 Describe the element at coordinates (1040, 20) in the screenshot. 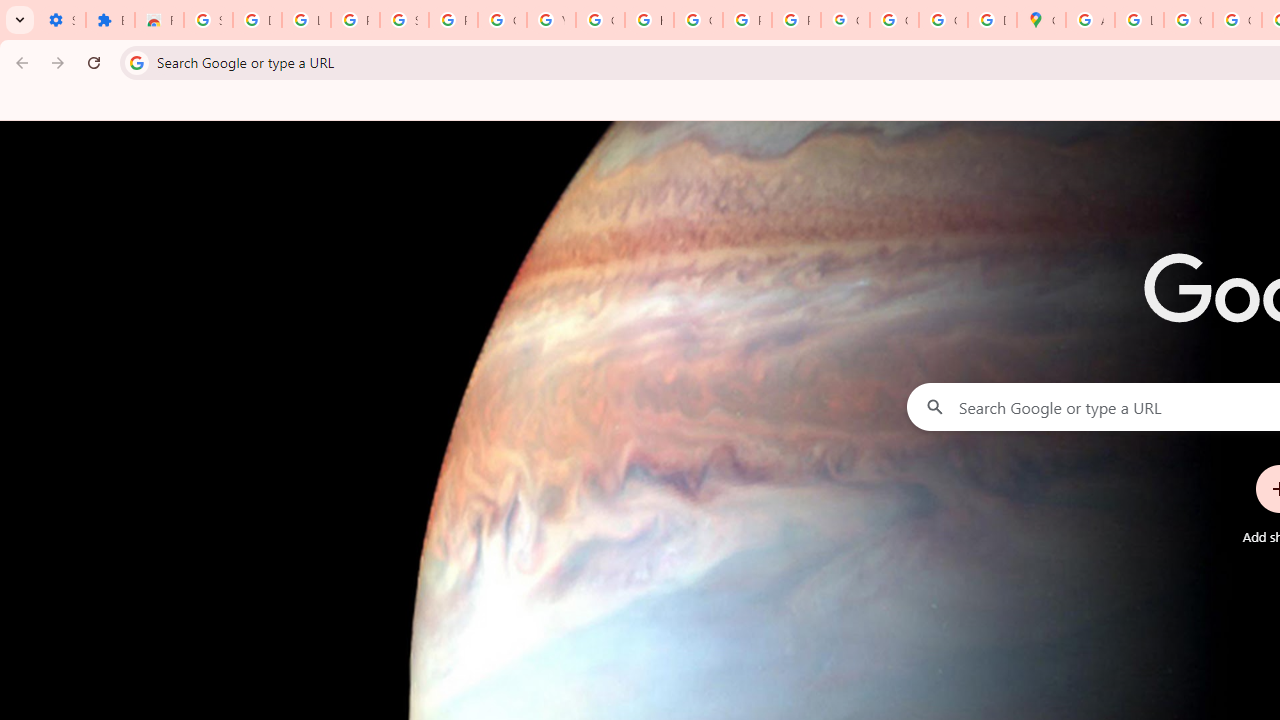

I see `'Google Maps'` at that location.